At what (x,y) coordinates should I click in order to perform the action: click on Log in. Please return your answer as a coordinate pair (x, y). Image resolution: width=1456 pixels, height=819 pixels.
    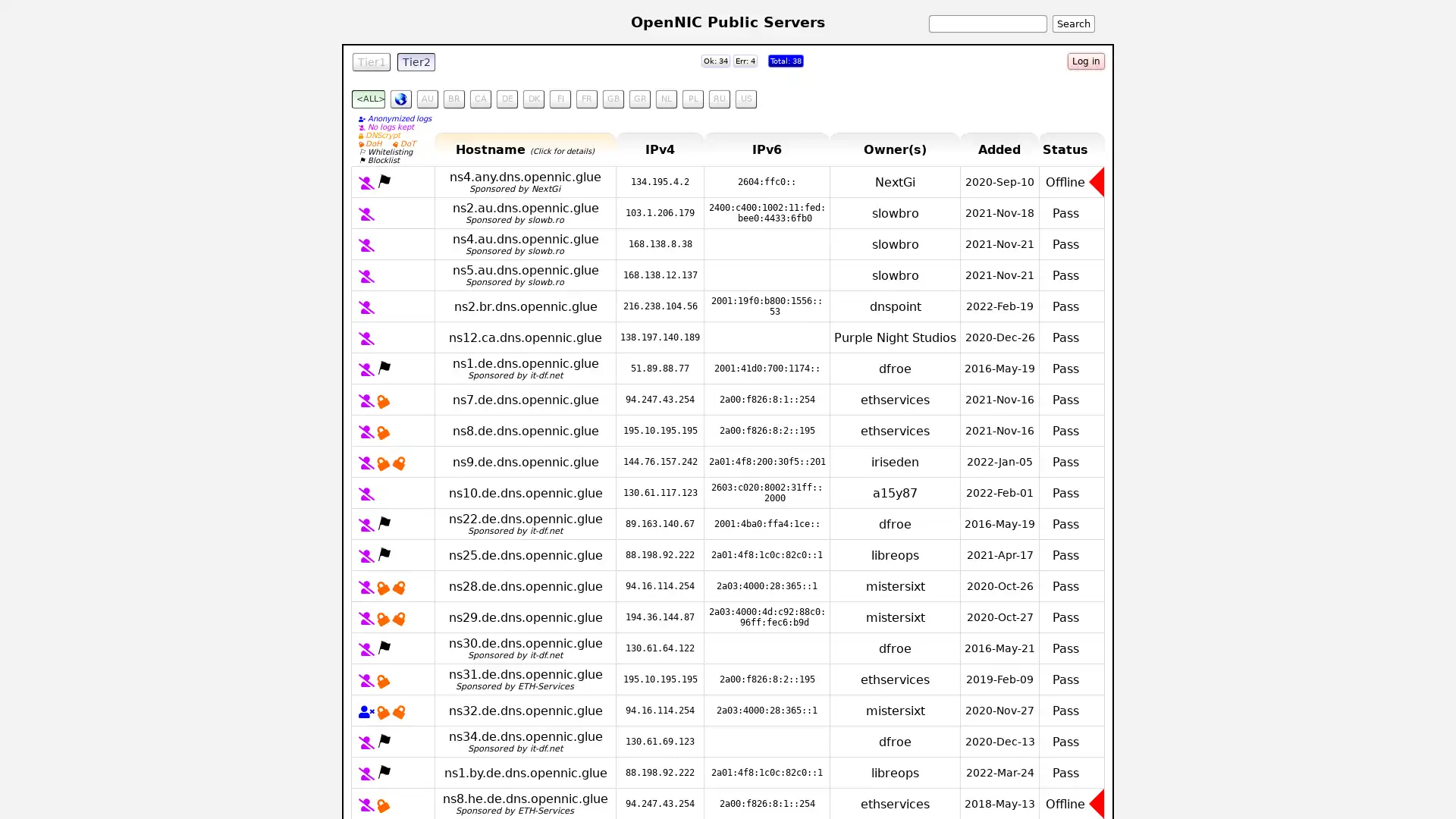
    Looking at the image, I should click on (1085, 61).